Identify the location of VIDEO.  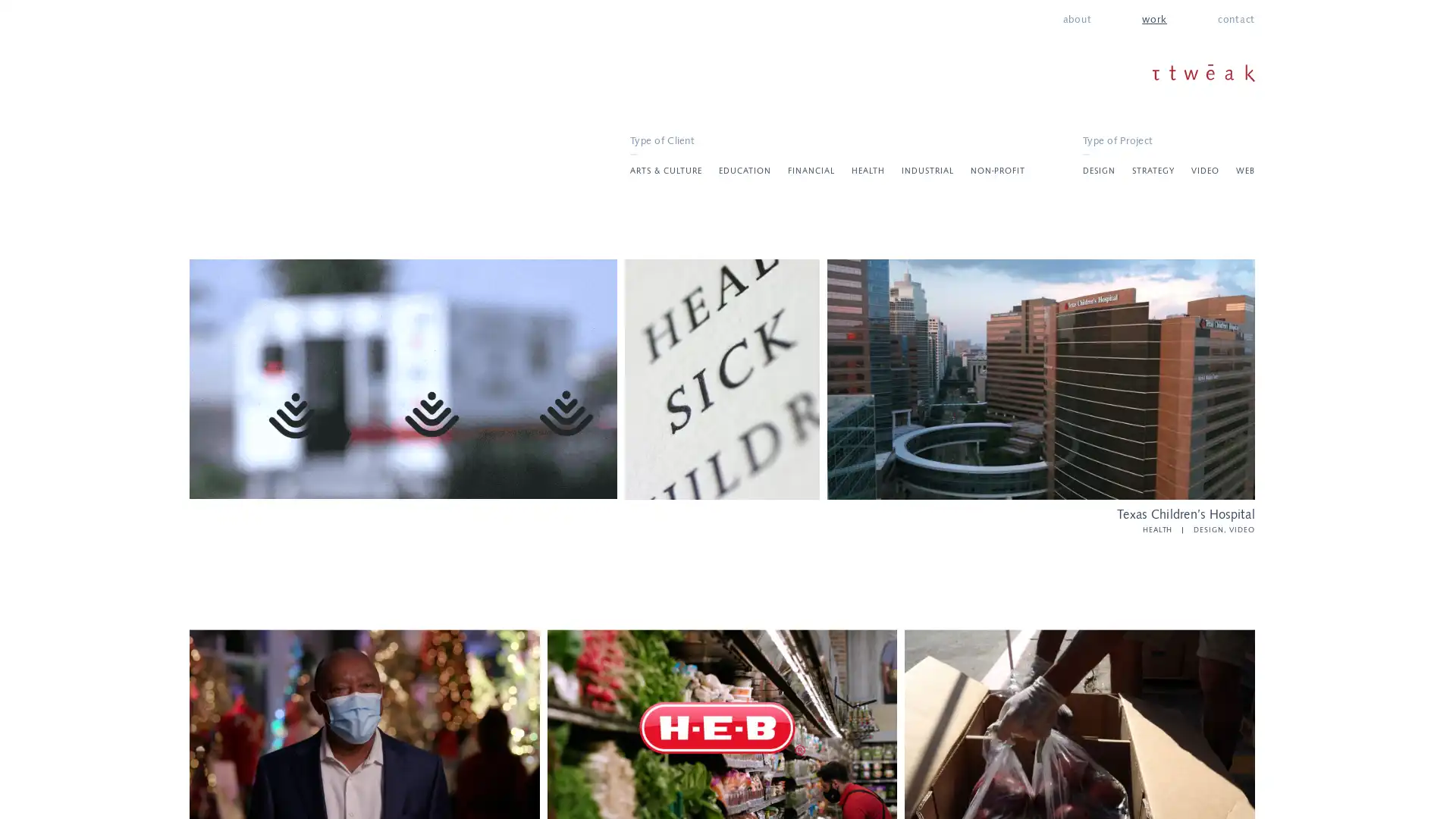
(1204, 171).